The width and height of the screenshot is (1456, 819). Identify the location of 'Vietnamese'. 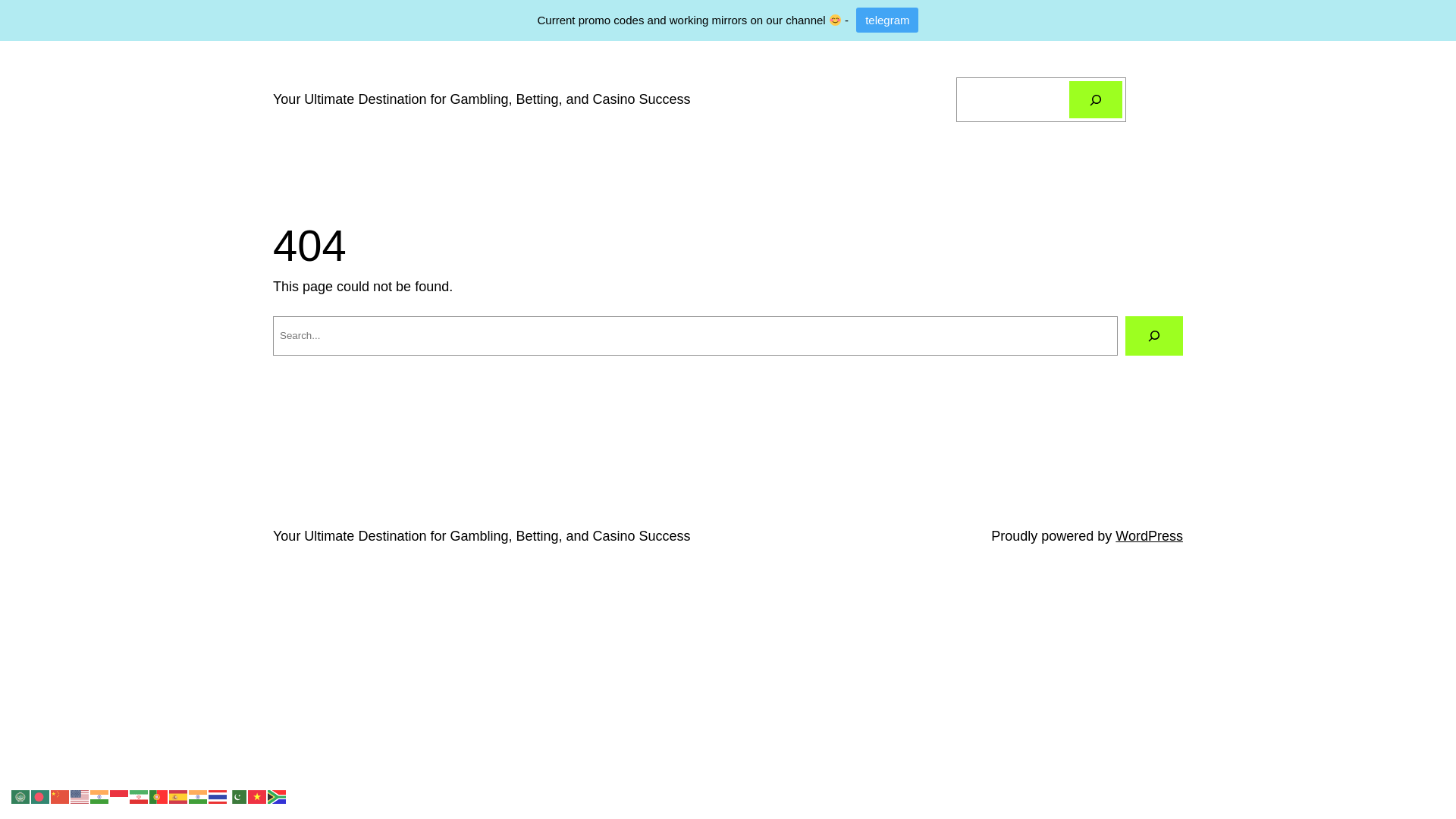
(247, 795).